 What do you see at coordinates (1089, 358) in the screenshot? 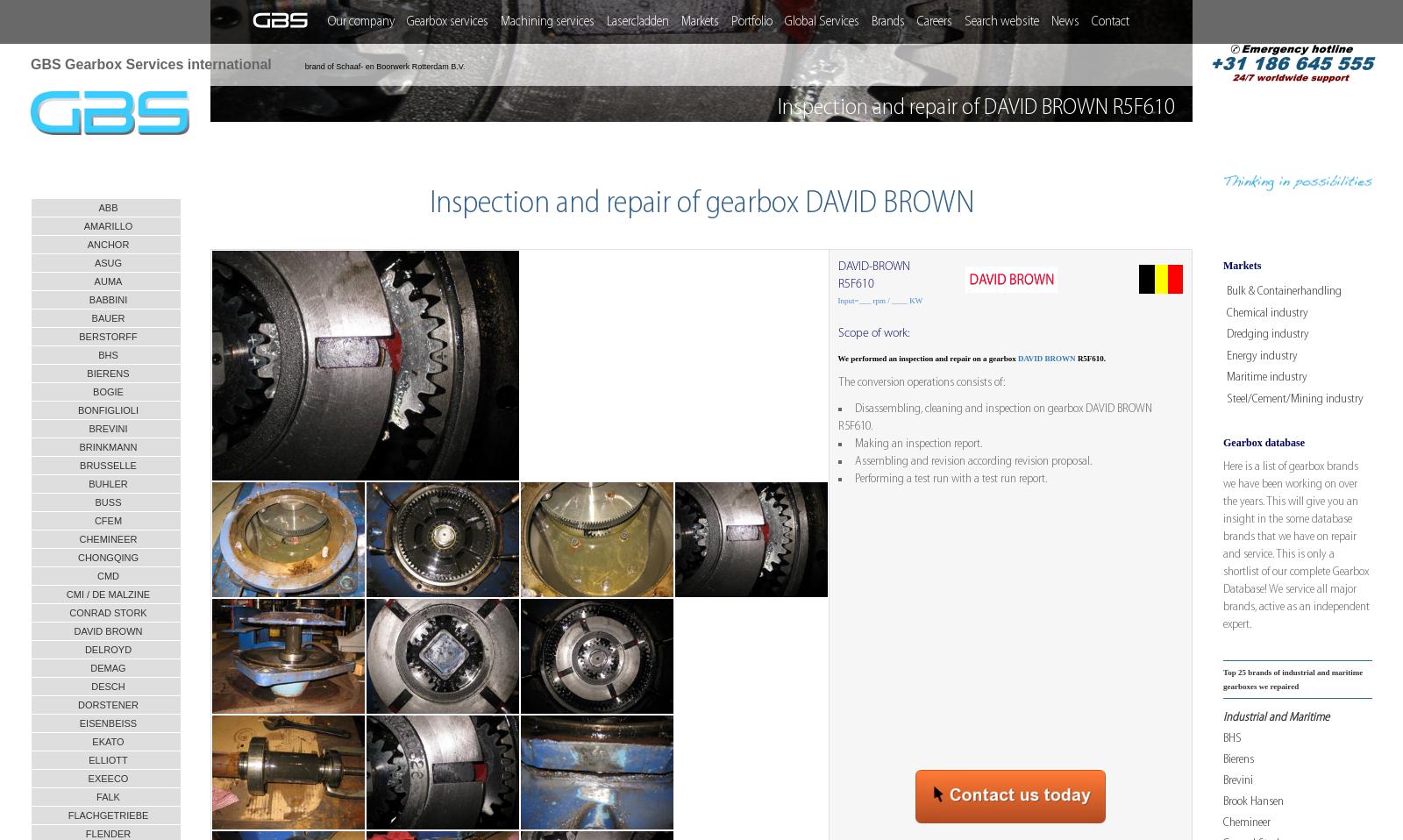
I see `'R5F610.'` at bounding box center [1089, 358].